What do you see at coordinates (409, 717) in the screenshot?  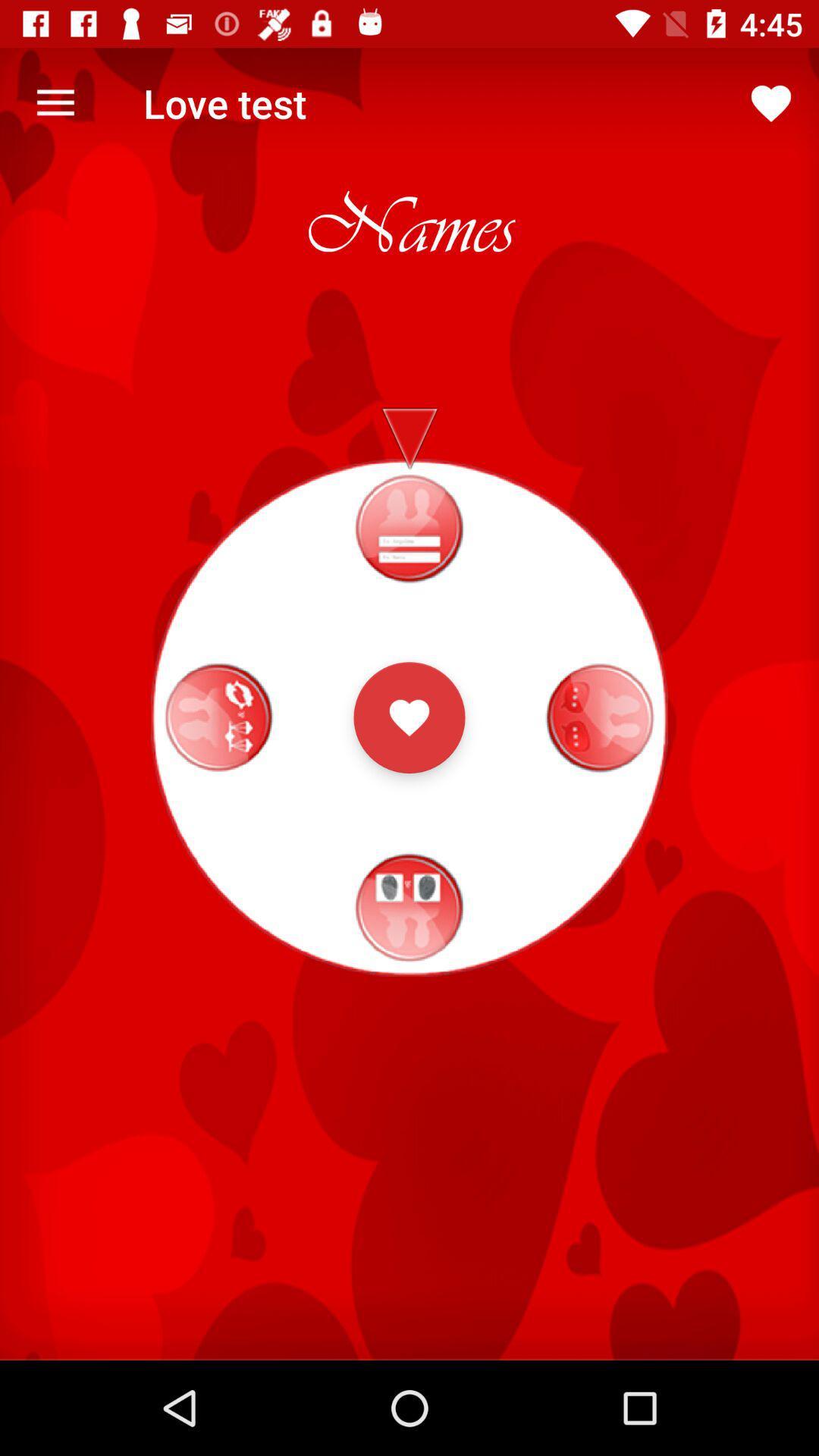 I see `aqui esta ella` at bounding box center [409, 717].